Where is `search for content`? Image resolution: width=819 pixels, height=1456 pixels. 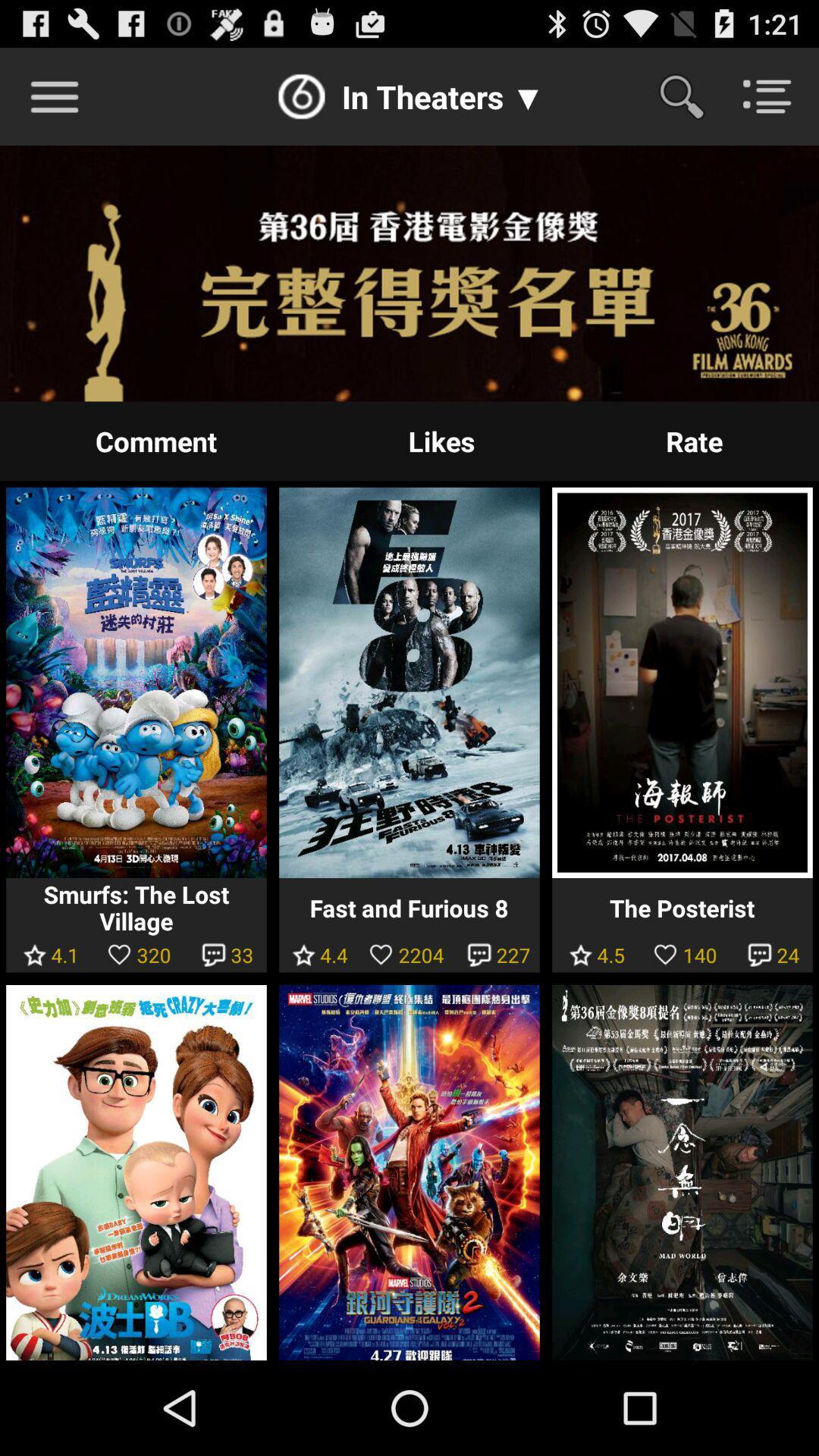 search for content is located at coordinates (691, 96).